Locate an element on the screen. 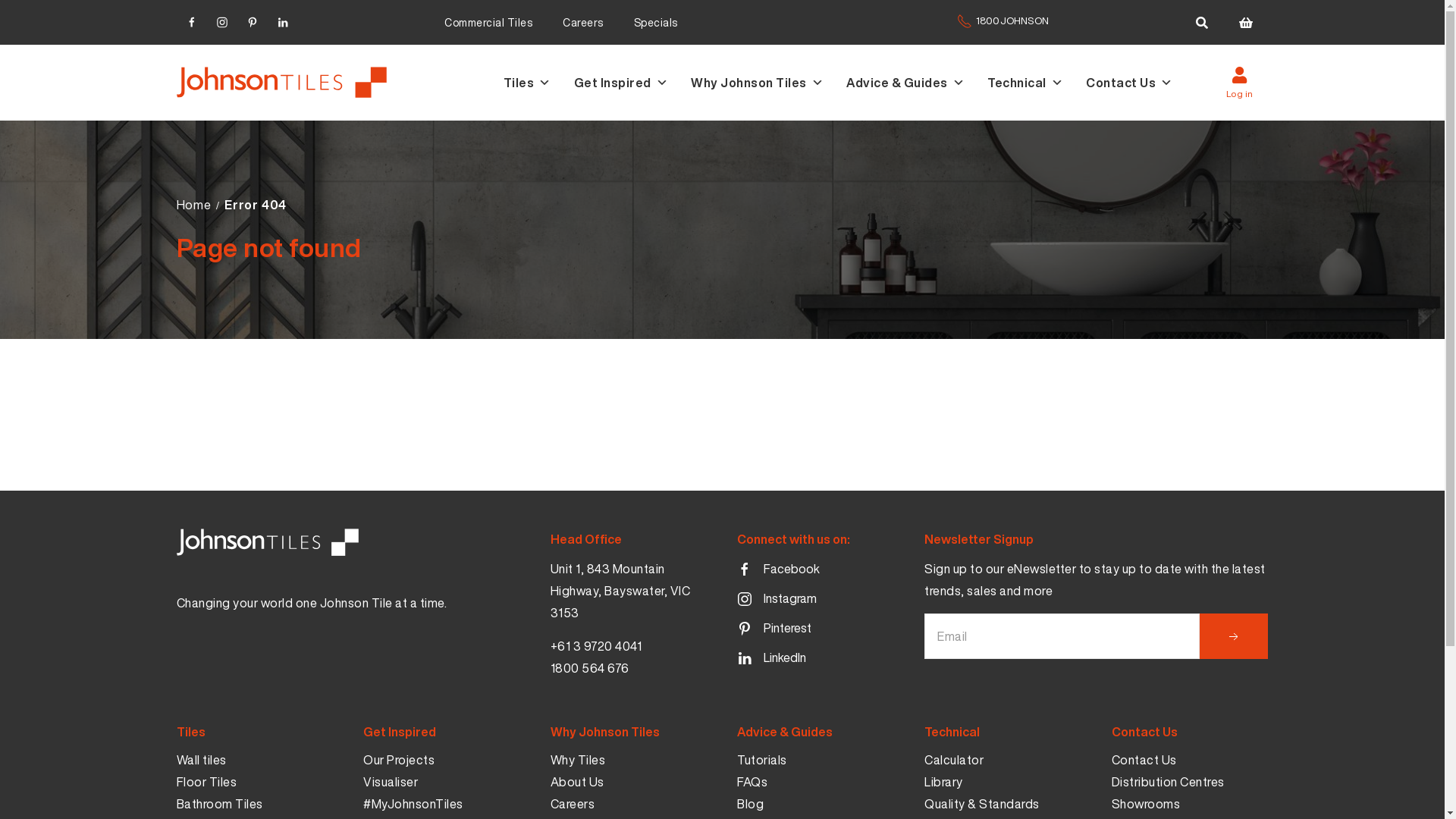  'Facebook' is located at coordinates (778, 570).